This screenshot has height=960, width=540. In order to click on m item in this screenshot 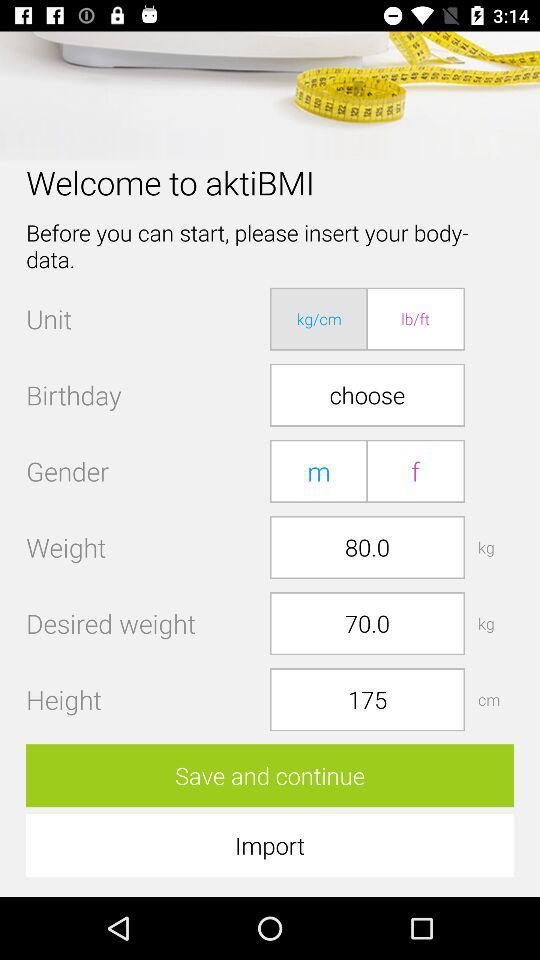, I will do `click(319, 471)`.